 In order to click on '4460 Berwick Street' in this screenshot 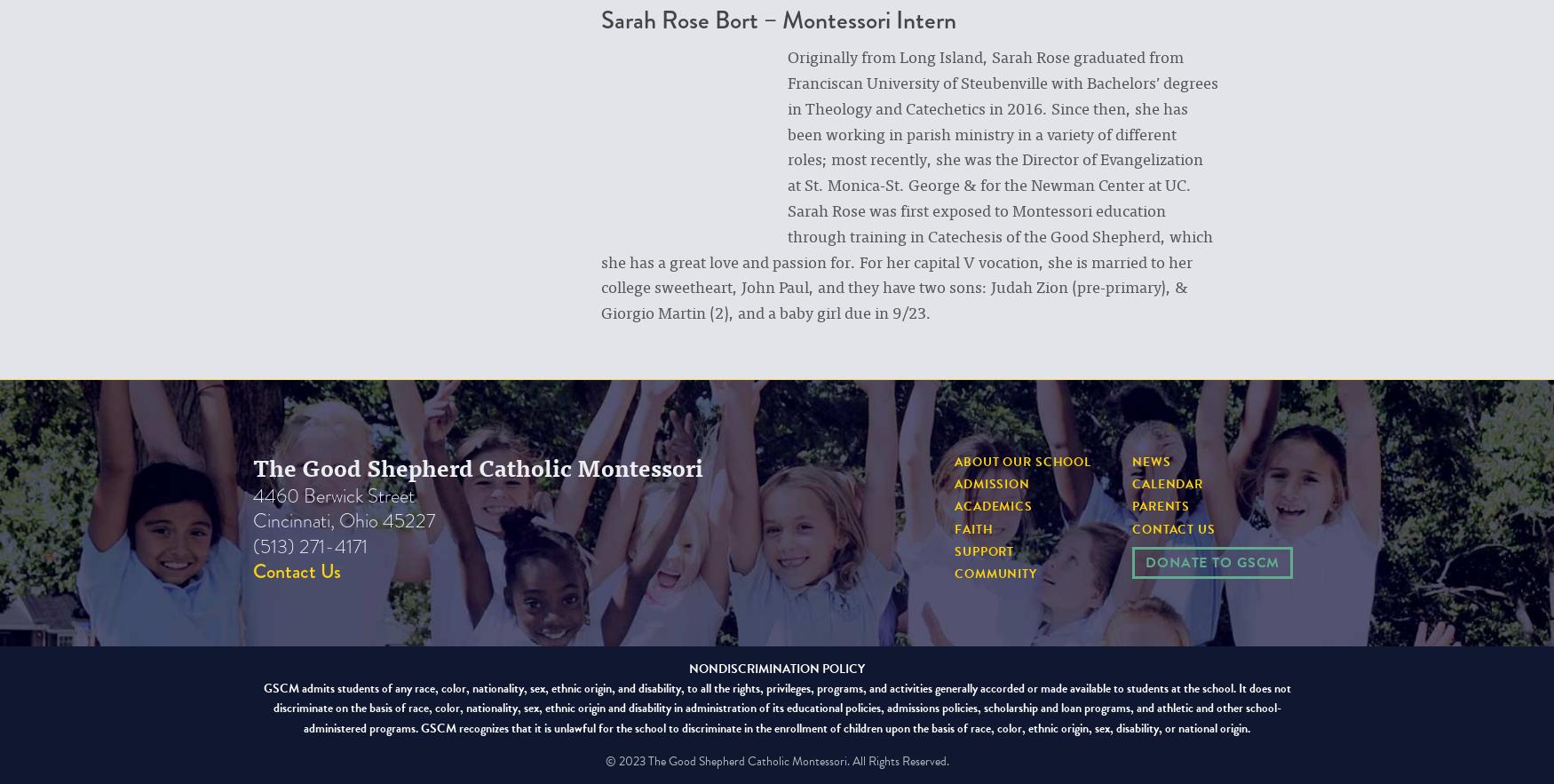, I will do `click(333, 495)`.